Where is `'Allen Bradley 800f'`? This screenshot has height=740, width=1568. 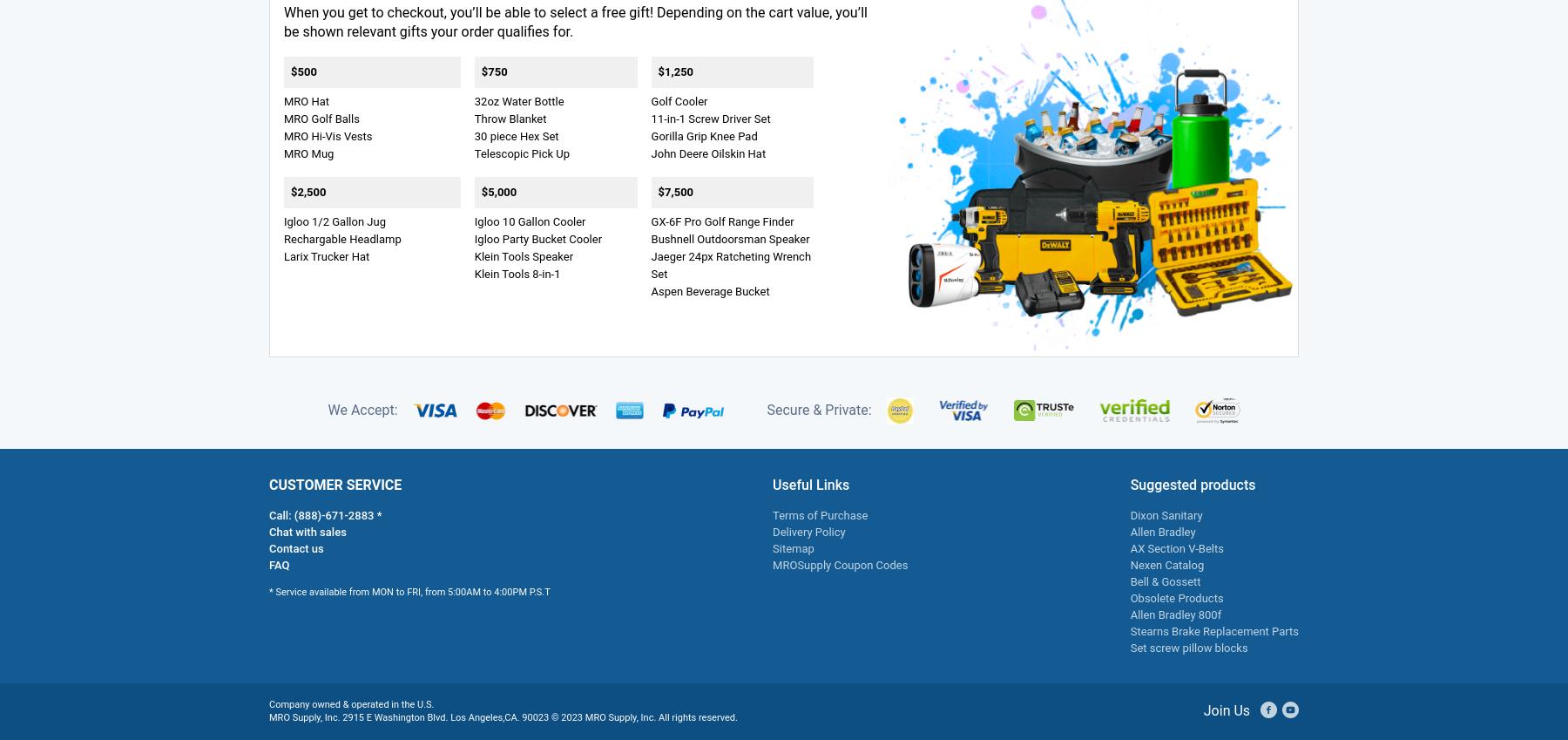
'Allen Bradley 800f' is located at coordinates (1130, 613).